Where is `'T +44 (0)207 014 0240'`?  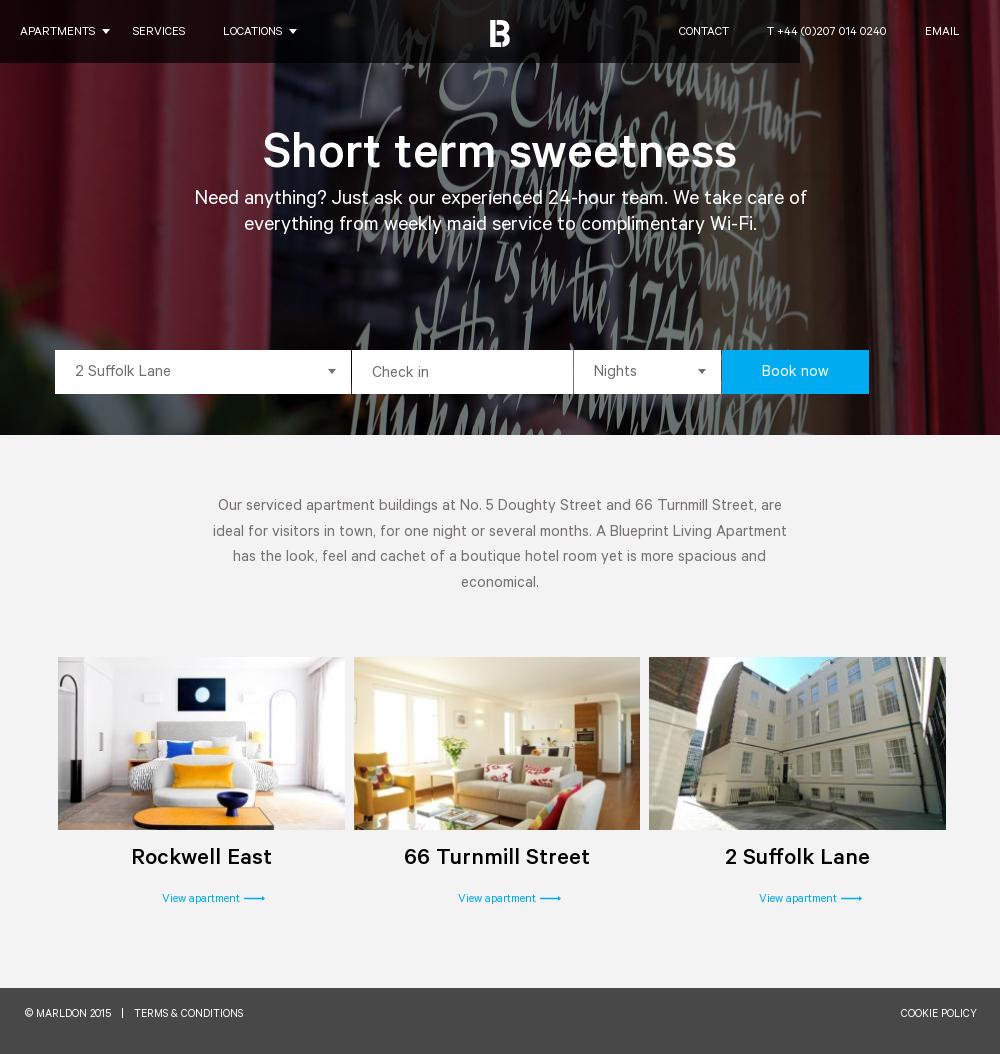 'T +44 (0)207 014 0240' is located at coordinates (825, 33).